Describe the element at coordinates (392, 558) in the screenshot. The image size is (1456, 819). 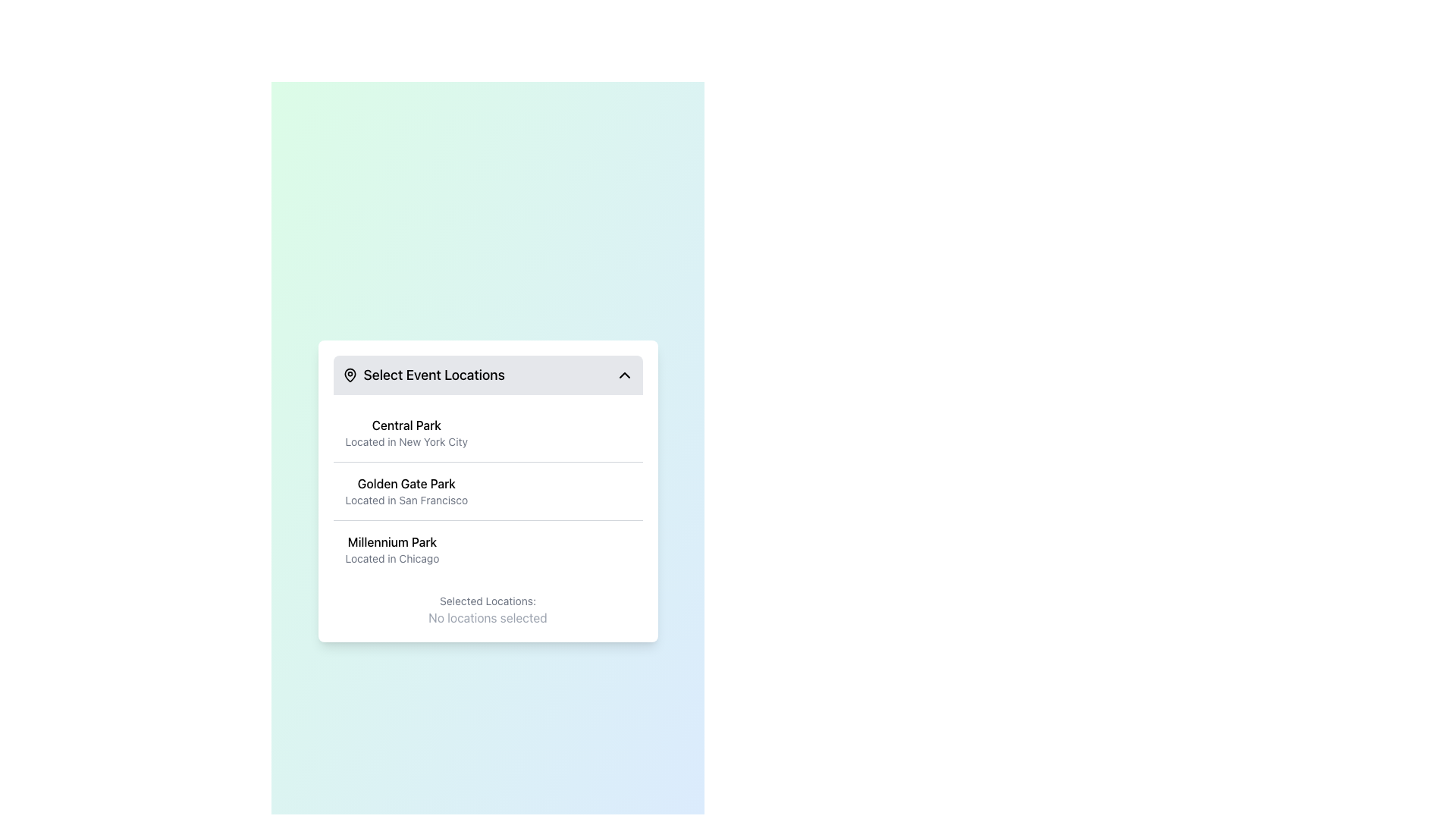
I see `the text label reading 'Located in Chicago', which is positioned below the 'Millennium Park' heading and serves as a subtitle location detail` at that location.